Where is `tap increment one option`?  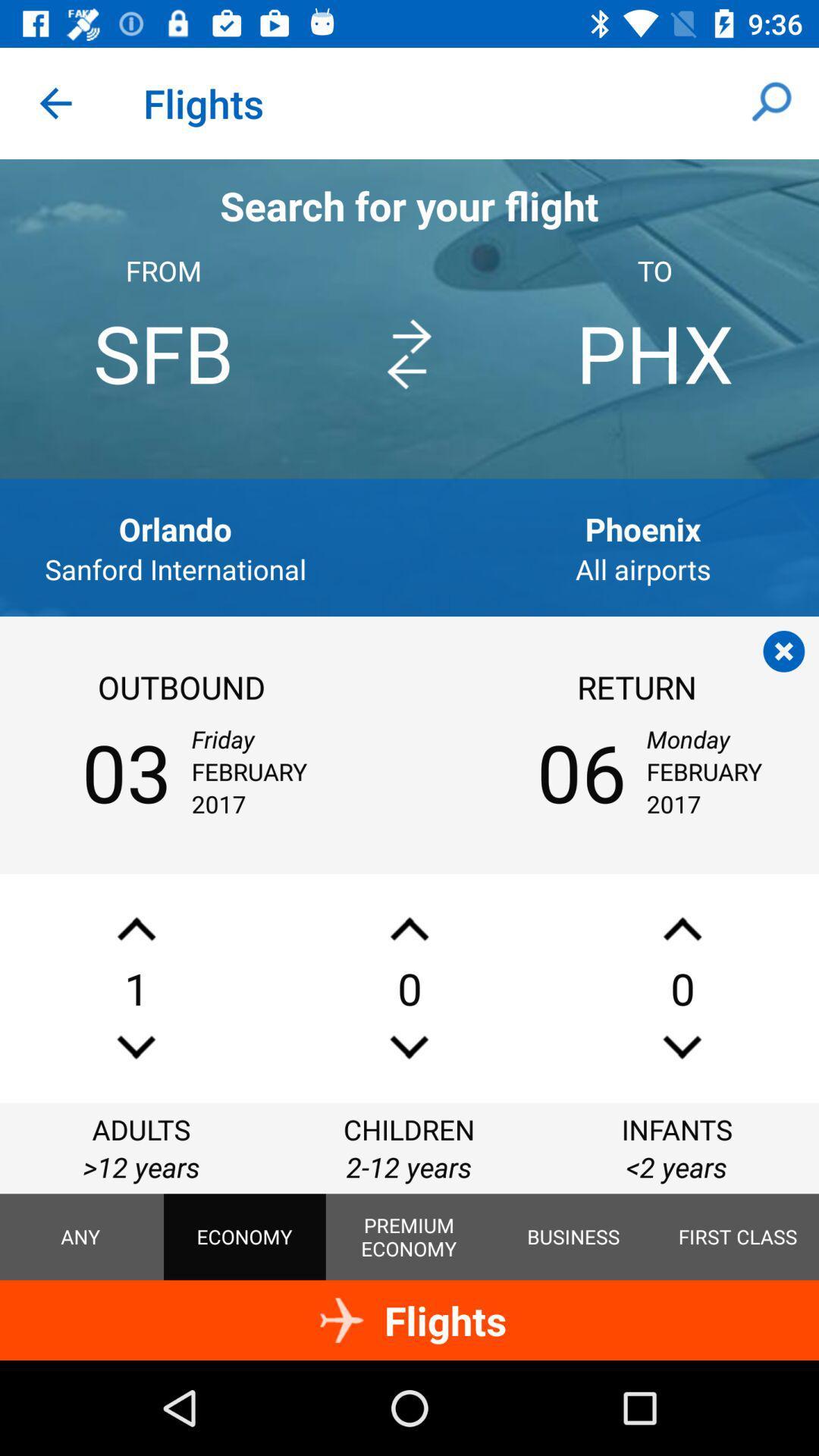 tap increment one option is located at coordinates (409, 928).